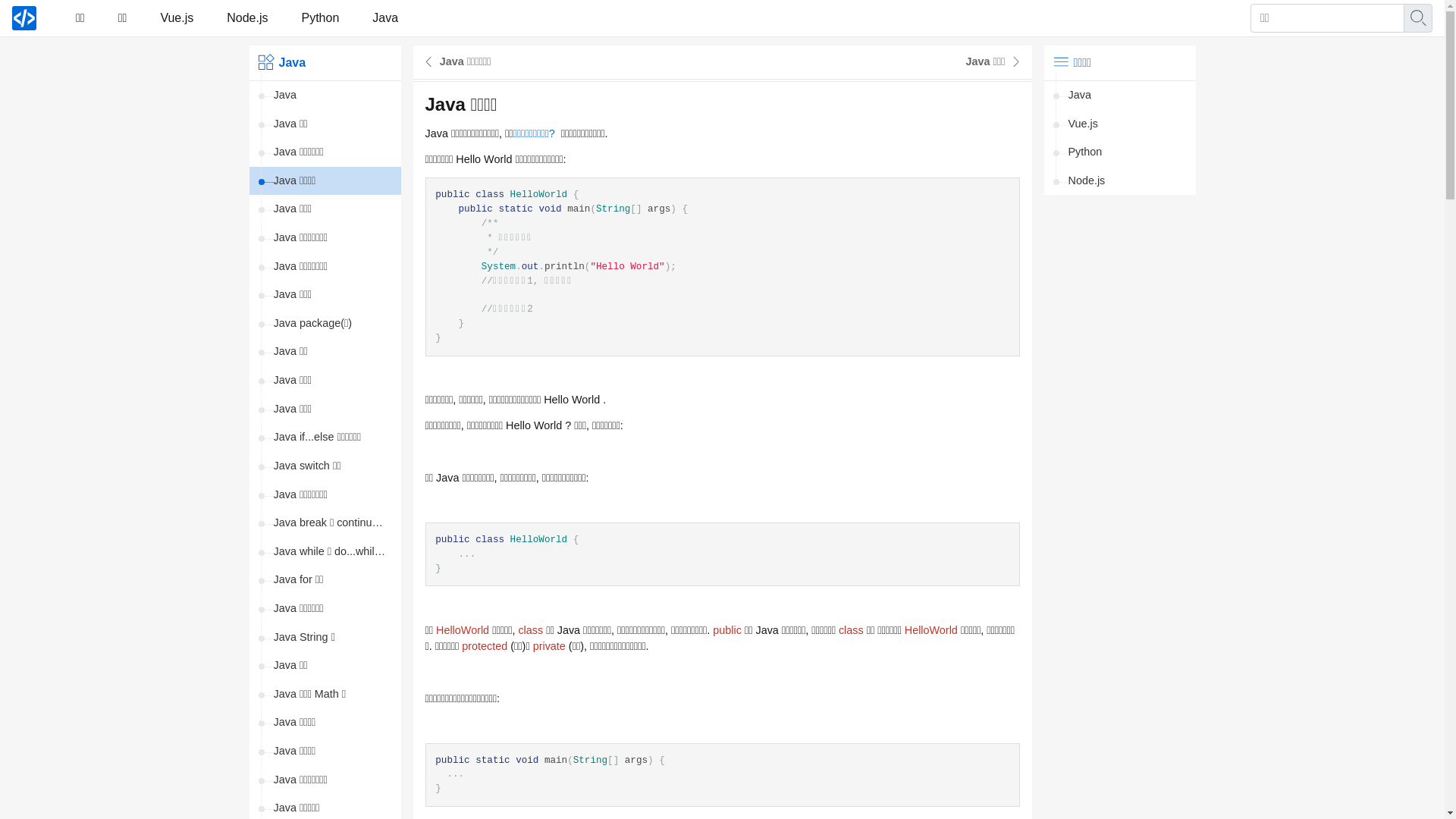 The height and width of the screenshot is (819, 1456). What do you see at coordinates (1119, 96) in the screenshot?
I see `'Java'` at bounding box center [1119, 96].